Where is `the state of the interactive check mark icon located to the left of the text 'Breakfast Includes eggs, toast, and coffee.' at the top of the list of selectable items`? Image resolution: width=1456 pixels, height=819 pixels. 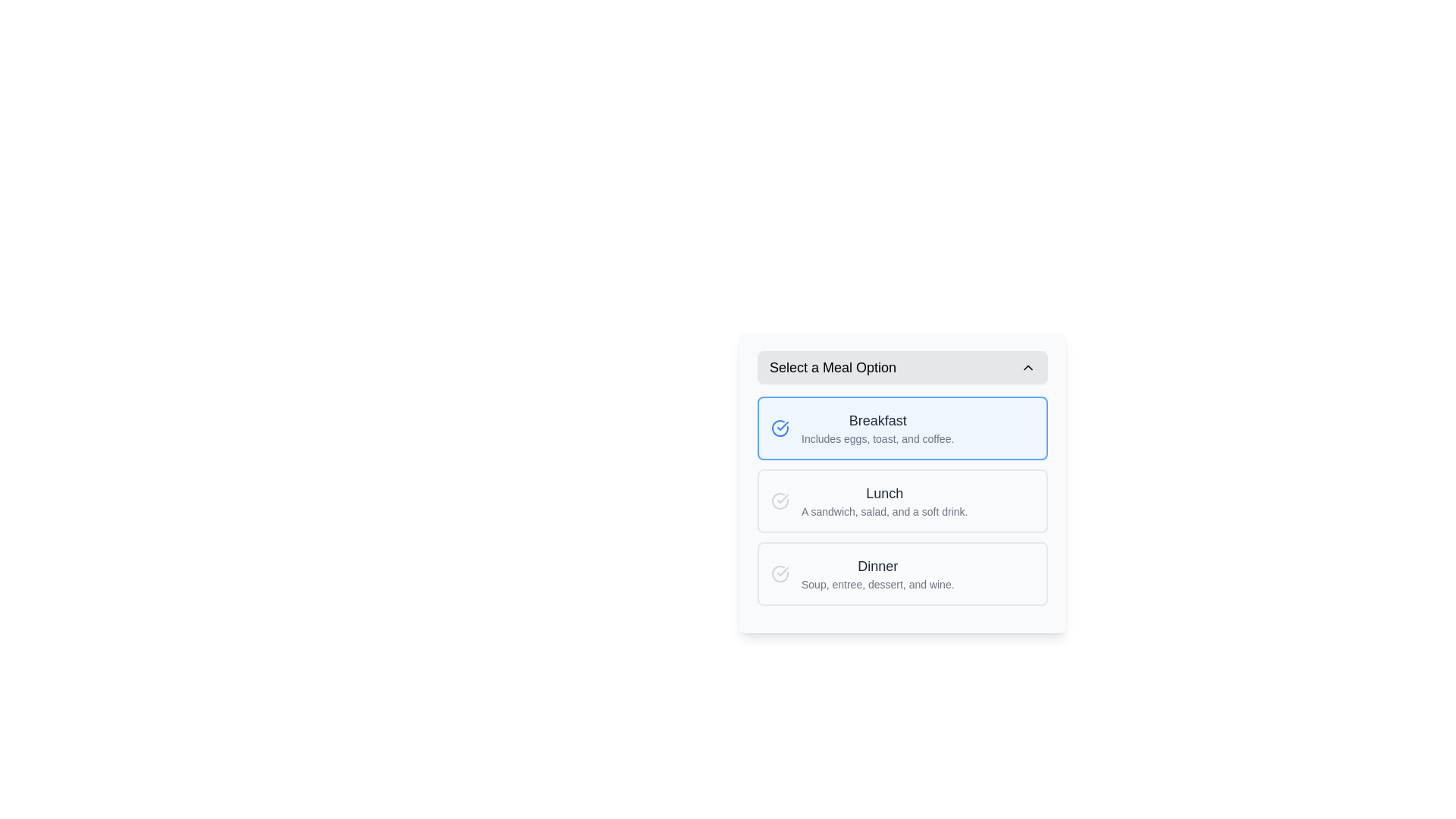 the state of the interactive check mark icon located to the left of the text 'Breakfast Includes eggs, toast, and coffee.' at the top of the list of selectable items is located at coordinates (780, 428).